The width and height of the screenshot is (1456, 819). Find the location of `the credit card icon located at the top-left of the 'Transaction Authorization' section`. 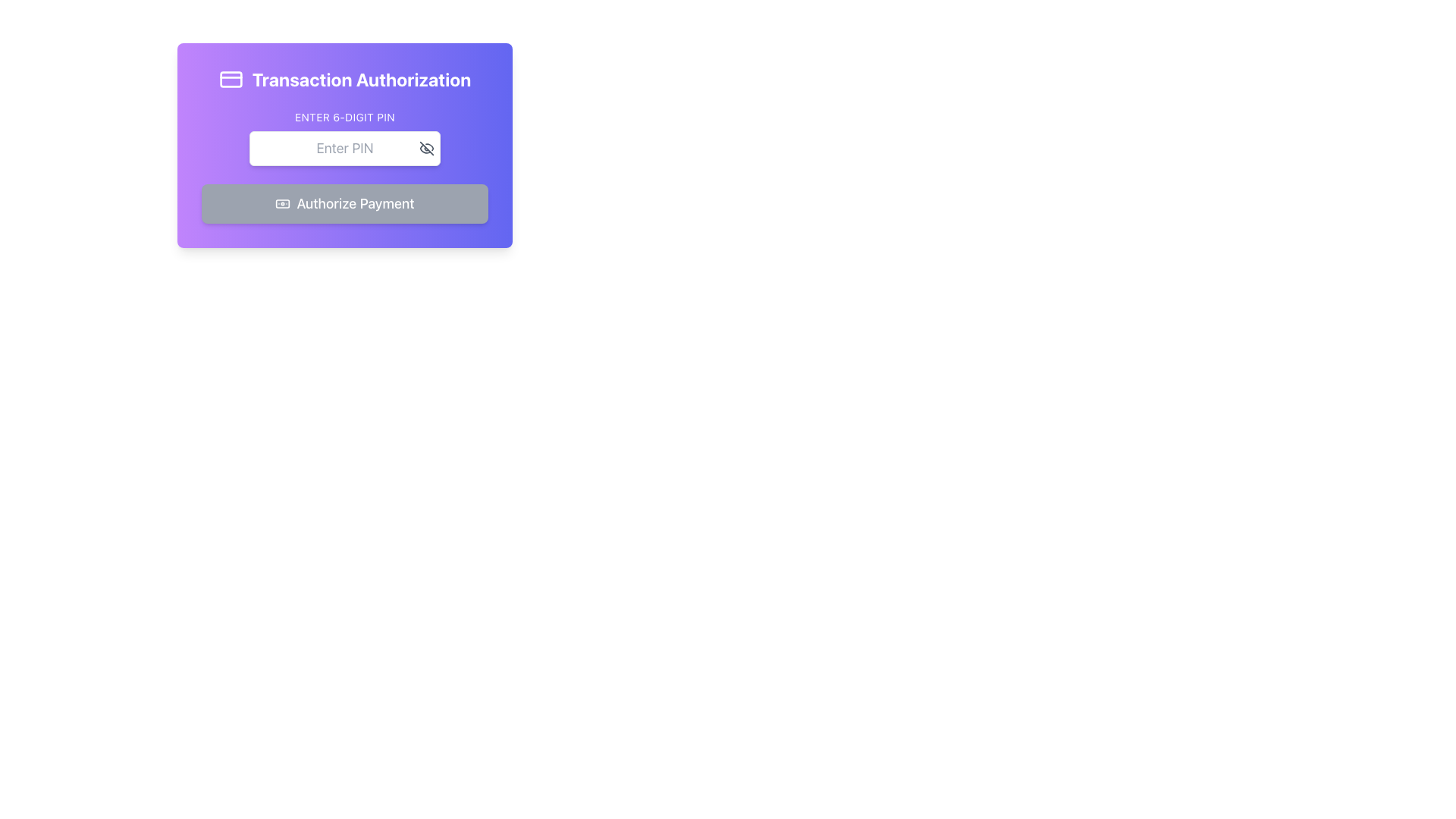

the credit card icon located at the top-left of the 'Transaction Authorization' section is located at coordinates (230, 79).